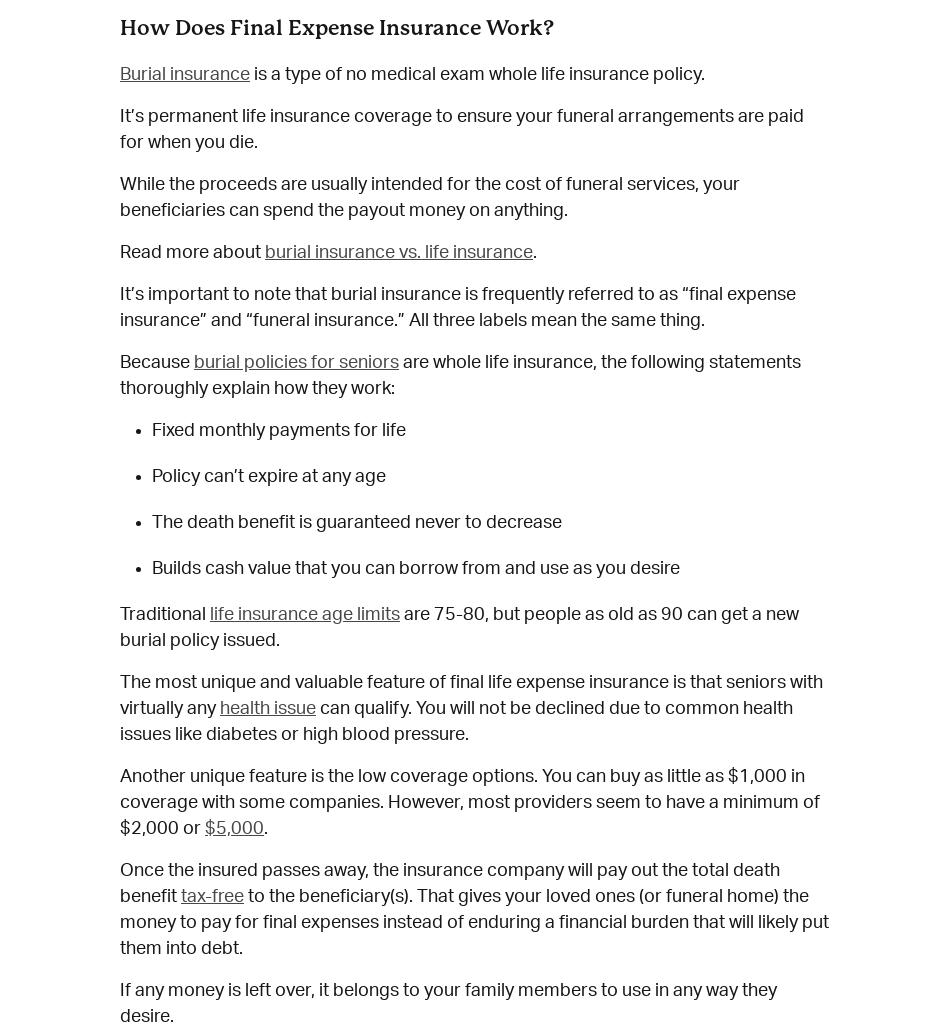 Image resolution: width=950 pixels, height=1034 pixels. What do you see at coordinates (398, 251) in the screenshot?
I see `'burial insurance vs. life insurance'` at bounding box center [398, 251].